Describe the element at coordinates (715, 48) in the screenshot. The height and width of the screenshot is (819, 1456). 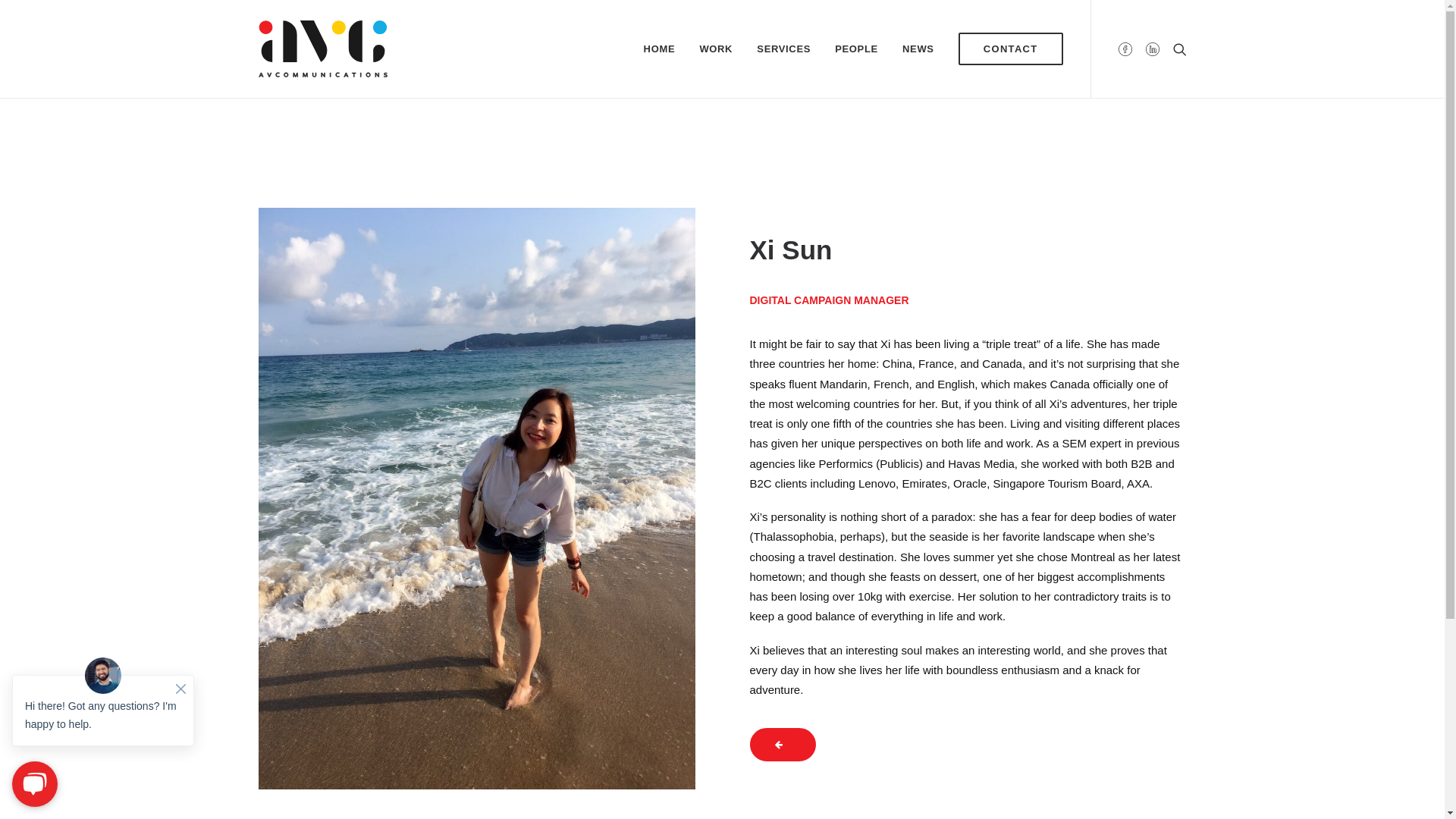
I see `'WORK'` at that location.